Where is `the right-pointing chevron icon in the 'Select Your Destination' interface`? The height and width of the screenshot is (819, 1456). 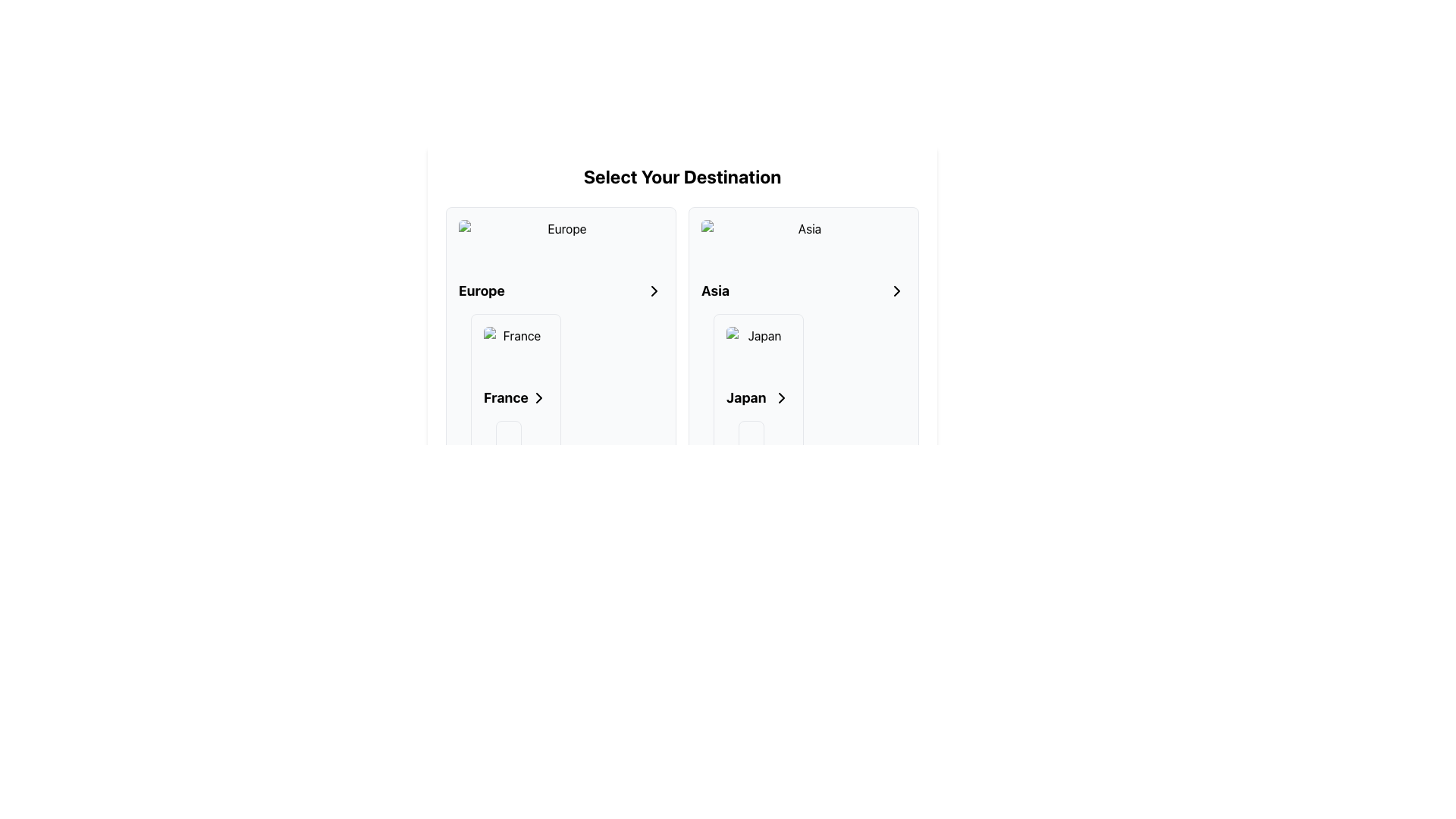 the right-pointing chevron icon in the 'Select Your Destination' interface is located at coordinates (654, 291).